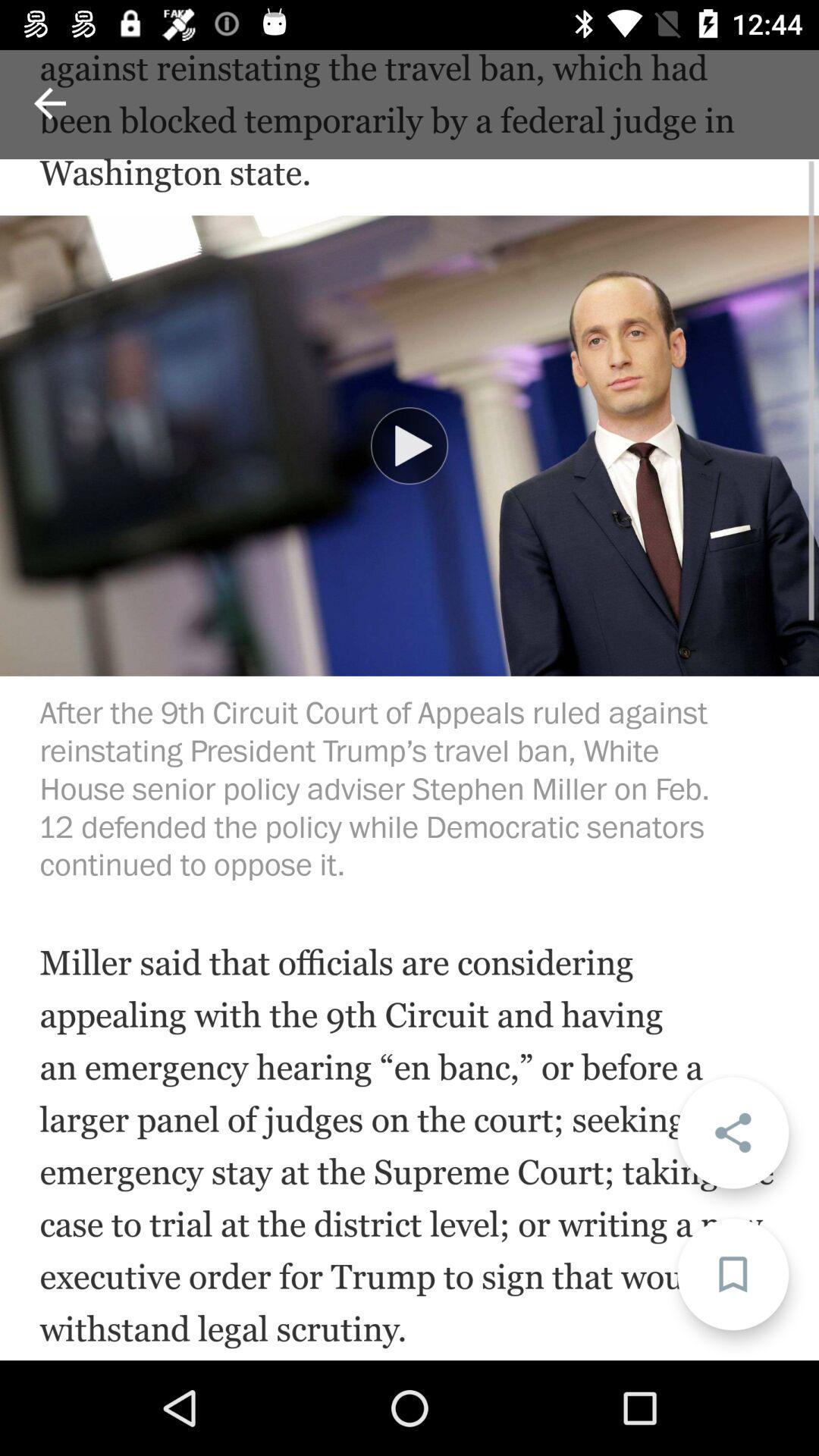 The height and width of the screenshot is (1456, 819). I want to click on item below white house senior item, so click(409, 445).